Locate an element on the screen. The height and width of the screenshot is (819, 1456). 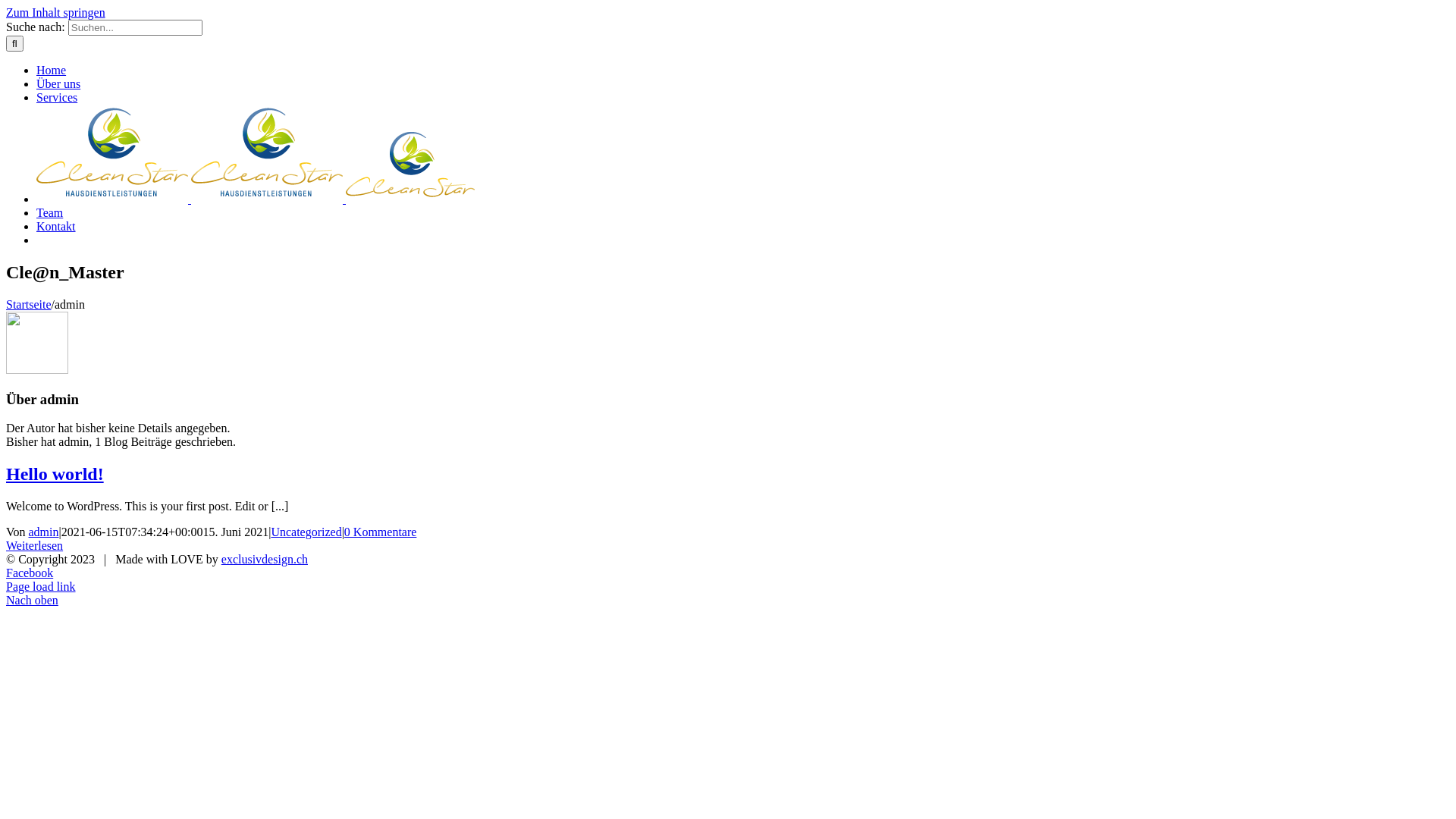
'Kontakt' is located at coordinates (55, 226).